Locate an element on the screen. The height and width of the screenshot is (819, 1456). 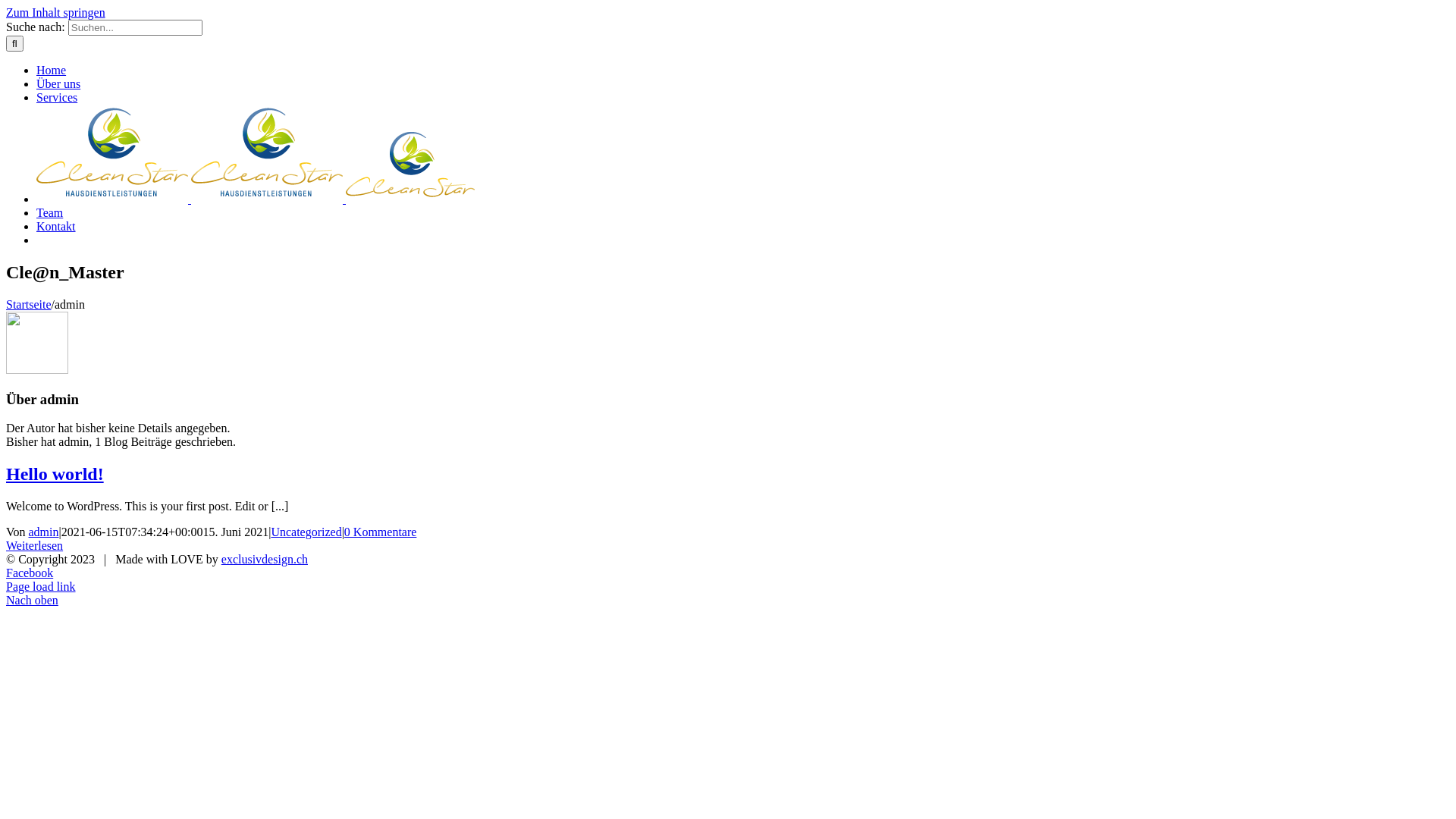
'Kontakt' is located at coordinates (55, 226).